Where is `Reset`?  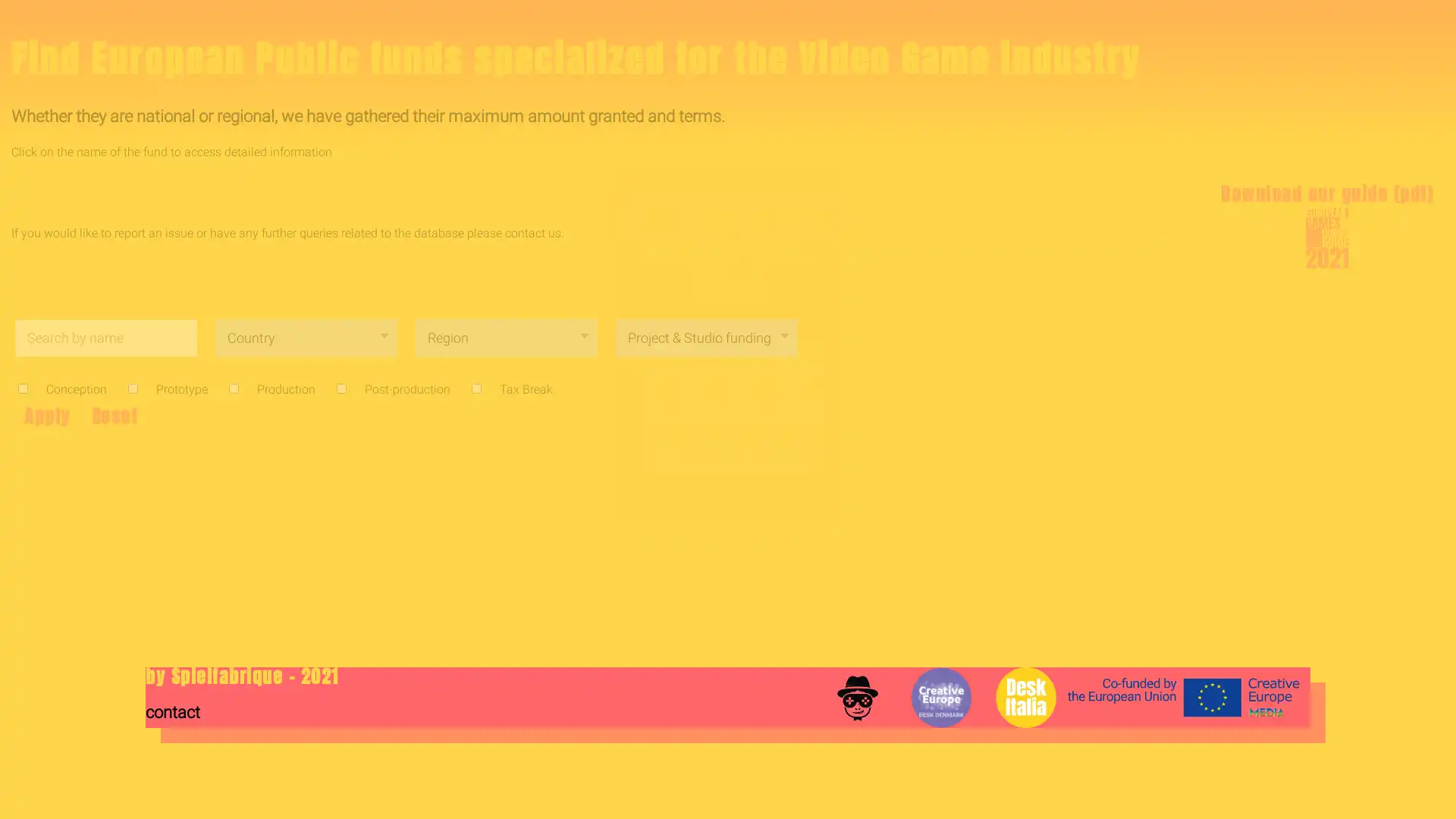 Reset is located at coordinates (113, 416).